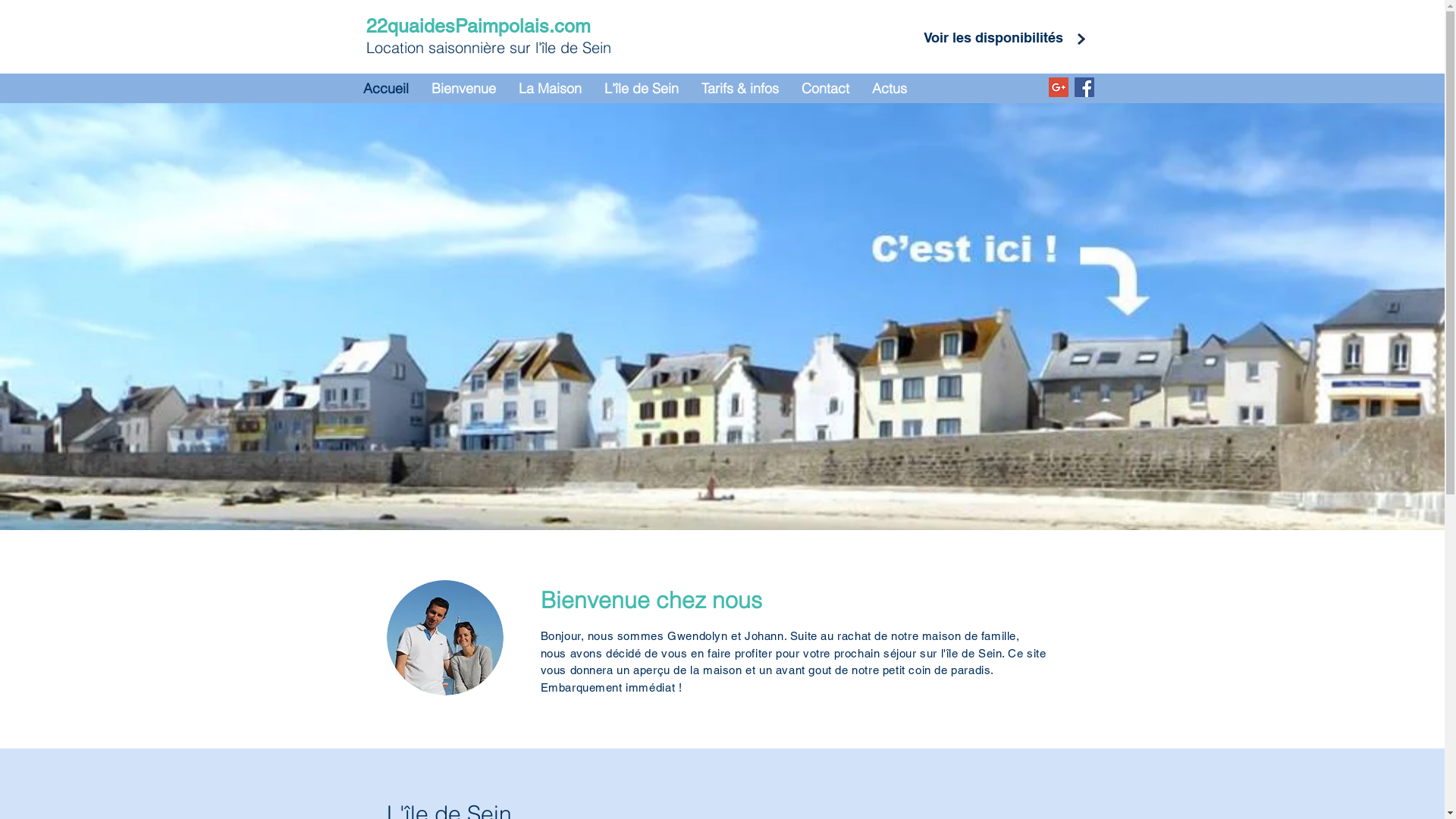 This screenshot has width=1456, height=819. Describe the element at coordinates (888, 88) in the screenshot. I see `'Actus'` at that location.